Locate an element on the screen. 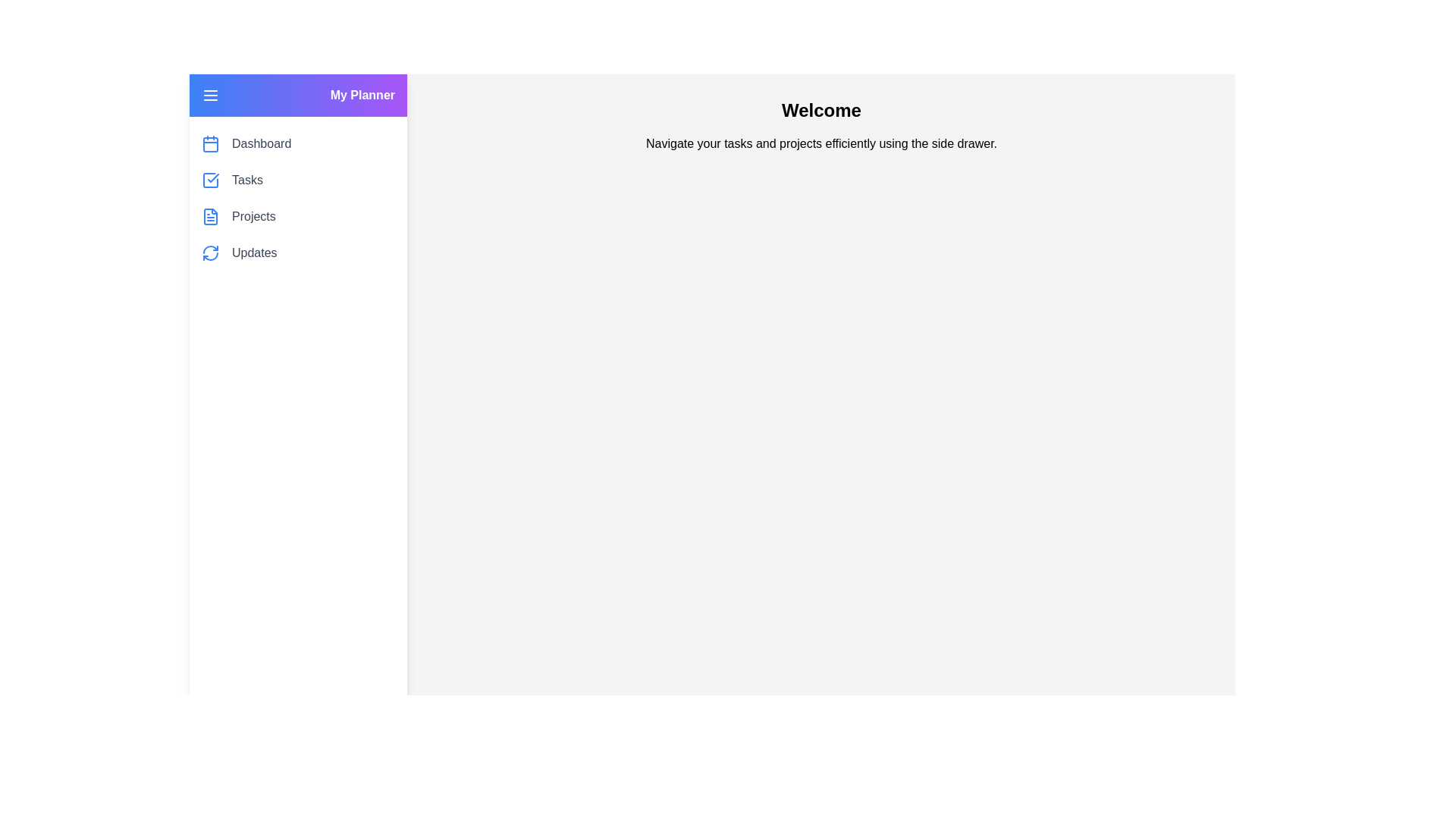 This screenshot has width=1456, height=819. the menu item labeled Dashboard is located at coordinates (262, 143).